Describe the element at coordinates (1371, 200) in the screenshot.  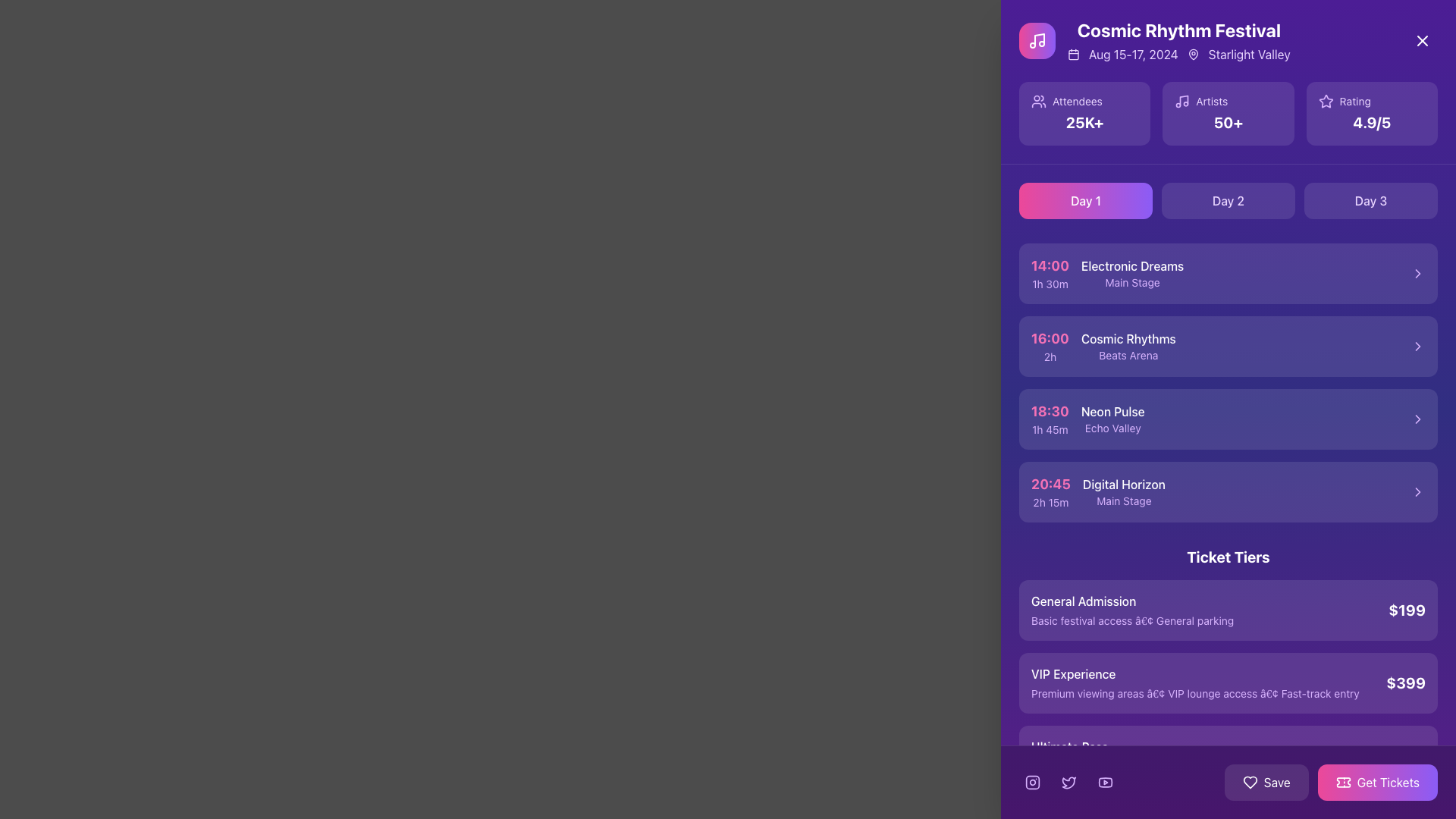
I see `the 'Day 3' button, which is the third button in a row of three buttons used for navigating a multi-day event interface, to change its background color` at that location.